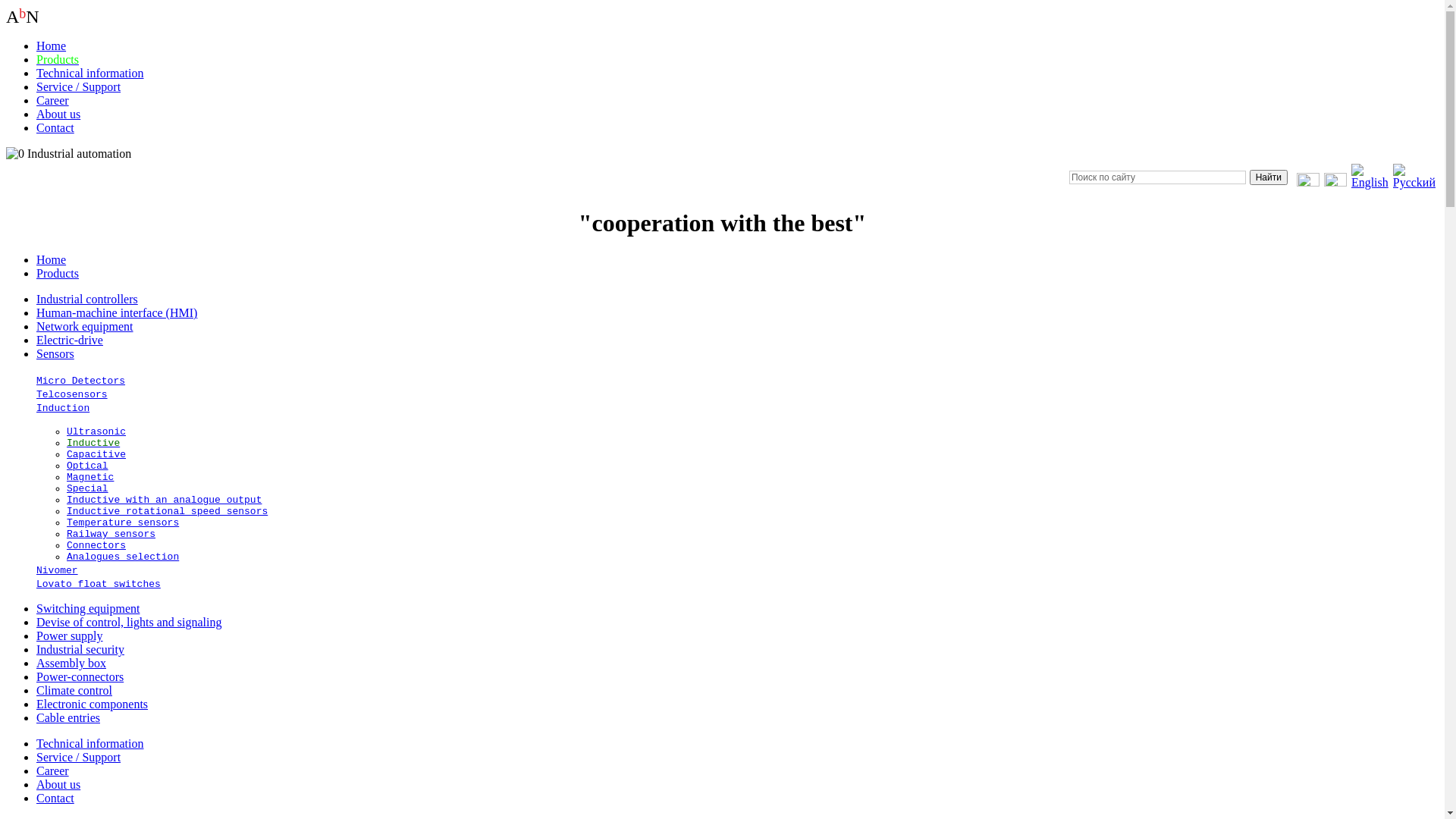 The image size is (1456, 819). Describe the element at coordinates (51, 259) in the screenshot. I see `'Home'` at that location.